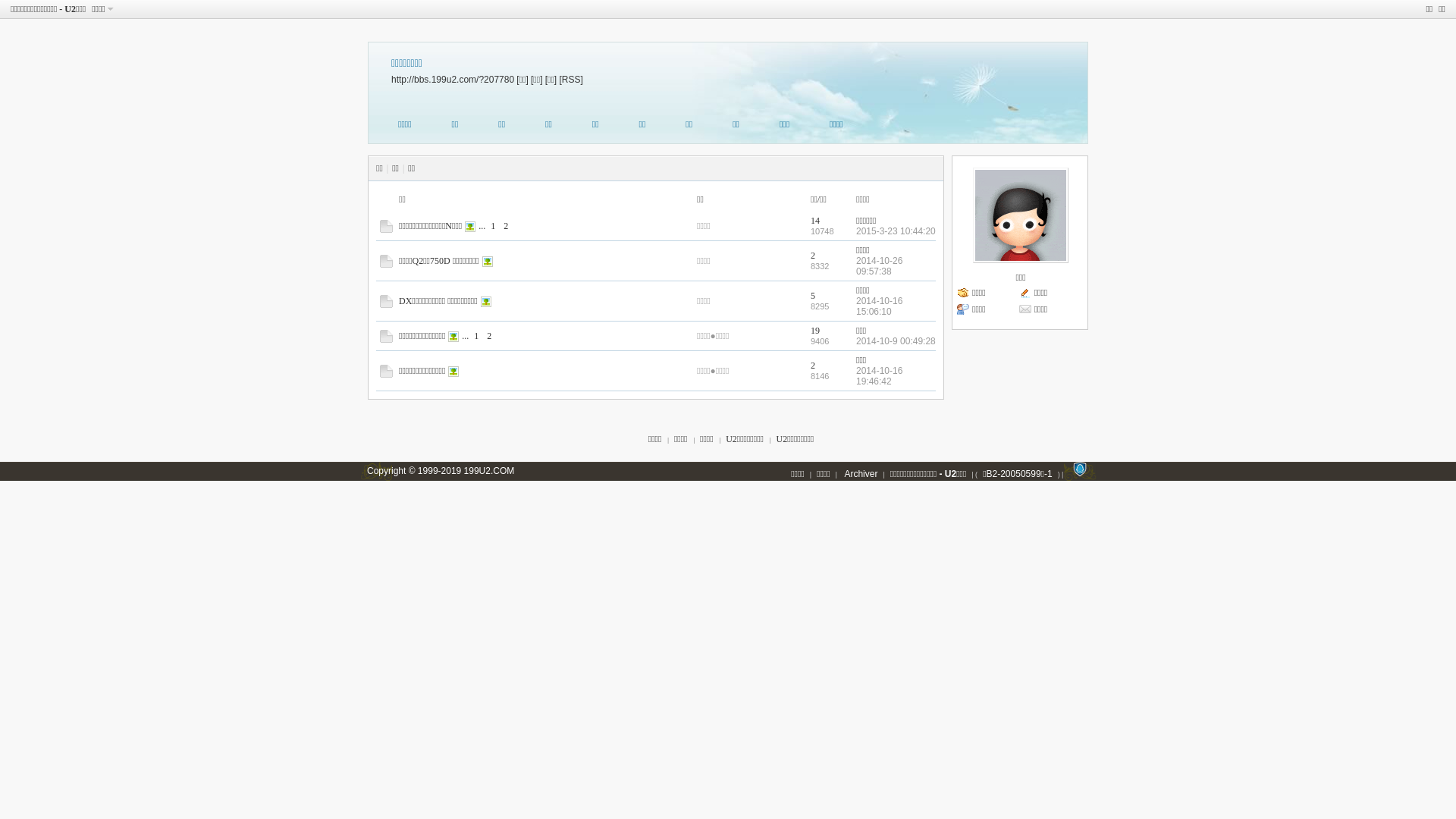  What do you see at coordinates (855, 265) in the screenshot?
I see `'2014-10-26 09:57:38'` at bounding box center [855, 265].